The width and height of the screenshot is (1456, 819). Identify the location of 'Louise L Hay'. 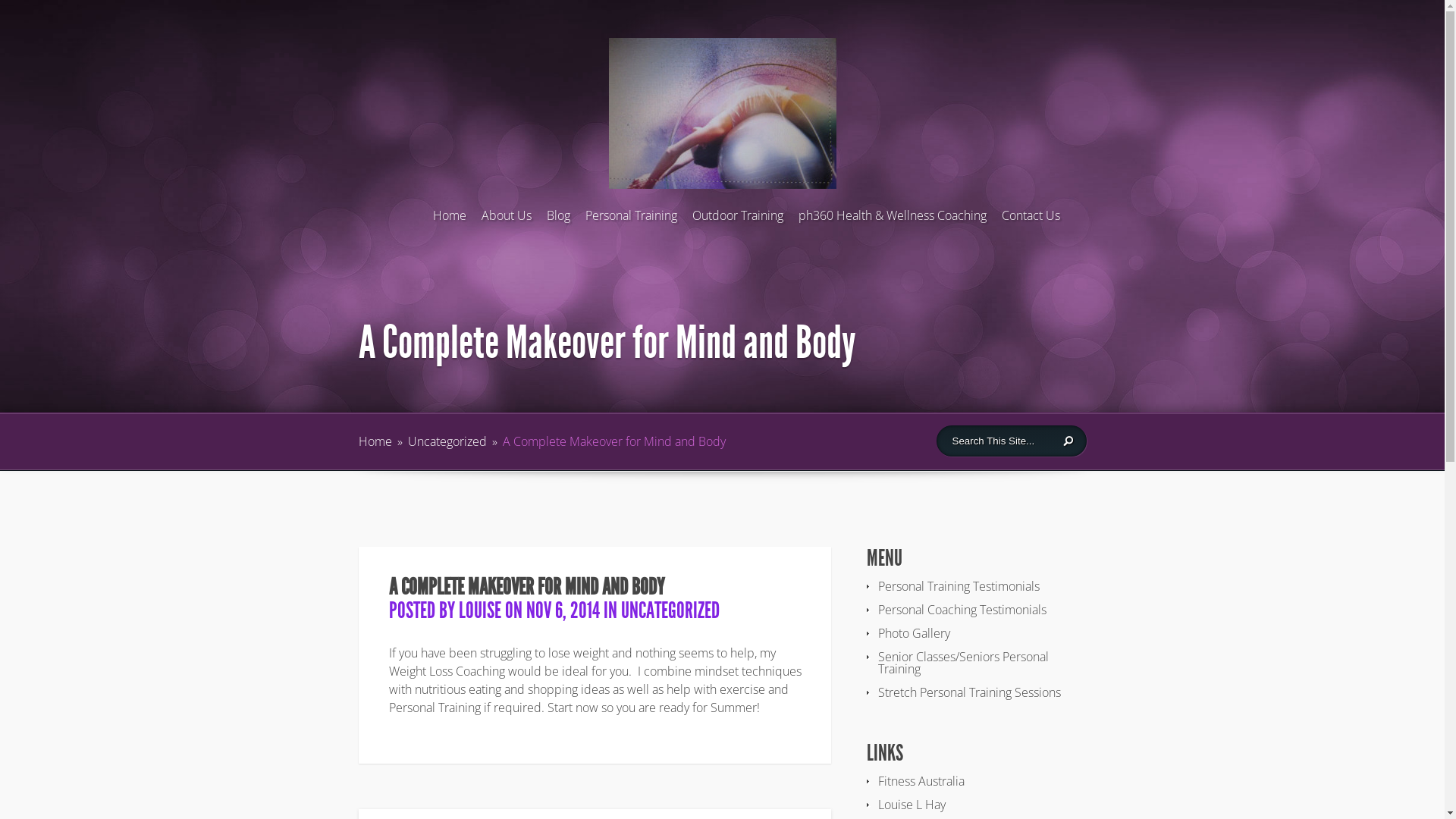
(911, 803).